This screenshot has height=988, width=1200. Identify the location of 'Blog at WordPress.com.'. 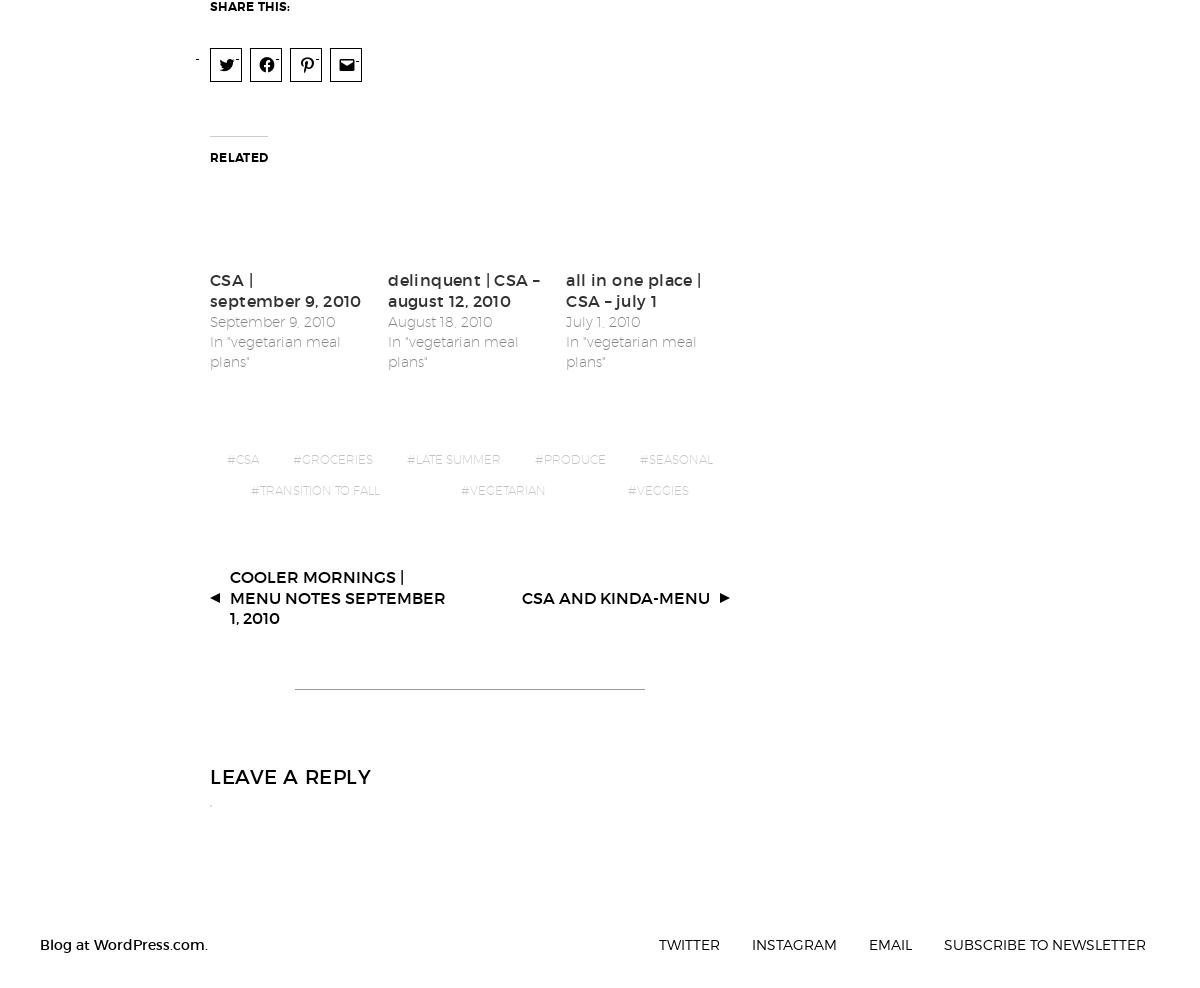
(123, 930).